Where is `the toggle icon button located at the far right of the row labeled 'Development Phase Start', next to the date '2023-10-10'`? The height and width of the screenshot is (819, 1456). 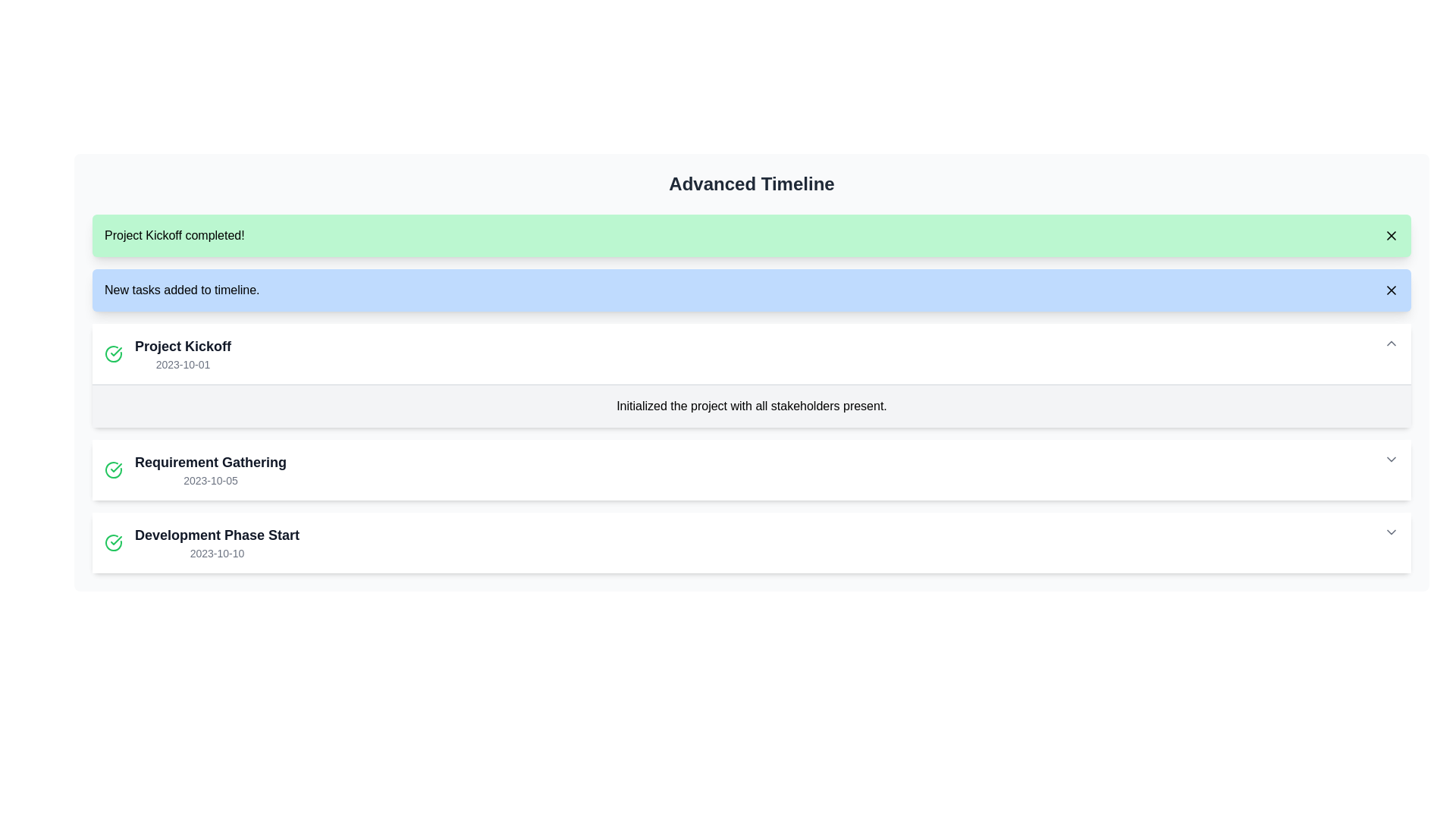 the toggle icon button located at the far right of the row labeled 'Development Phase Start', next to the date '2023-10-10' is located at coordinates (1391, 532).